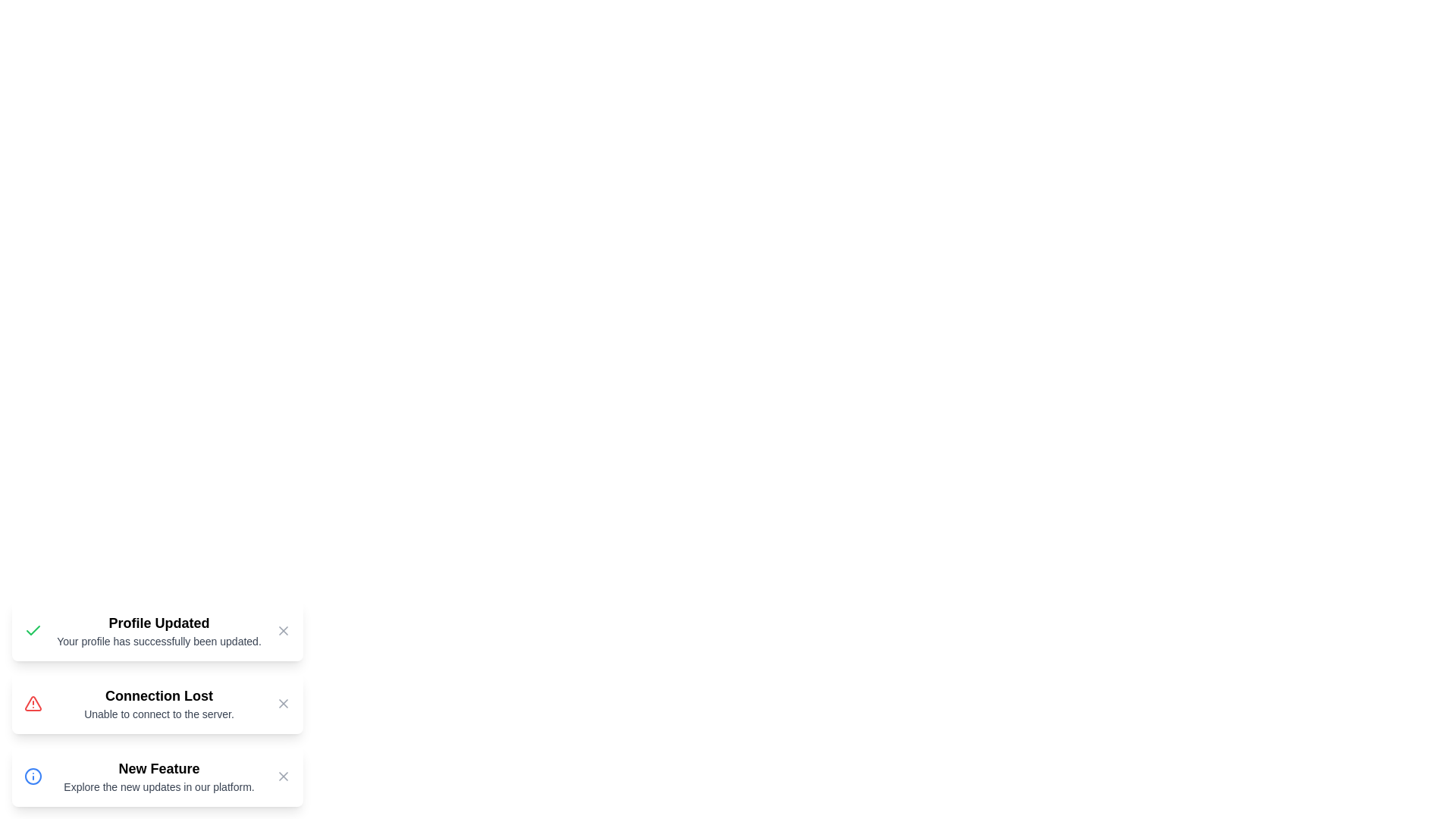  I want to click on the icon in the snackbar with Connection Lost, so click(33, 704).